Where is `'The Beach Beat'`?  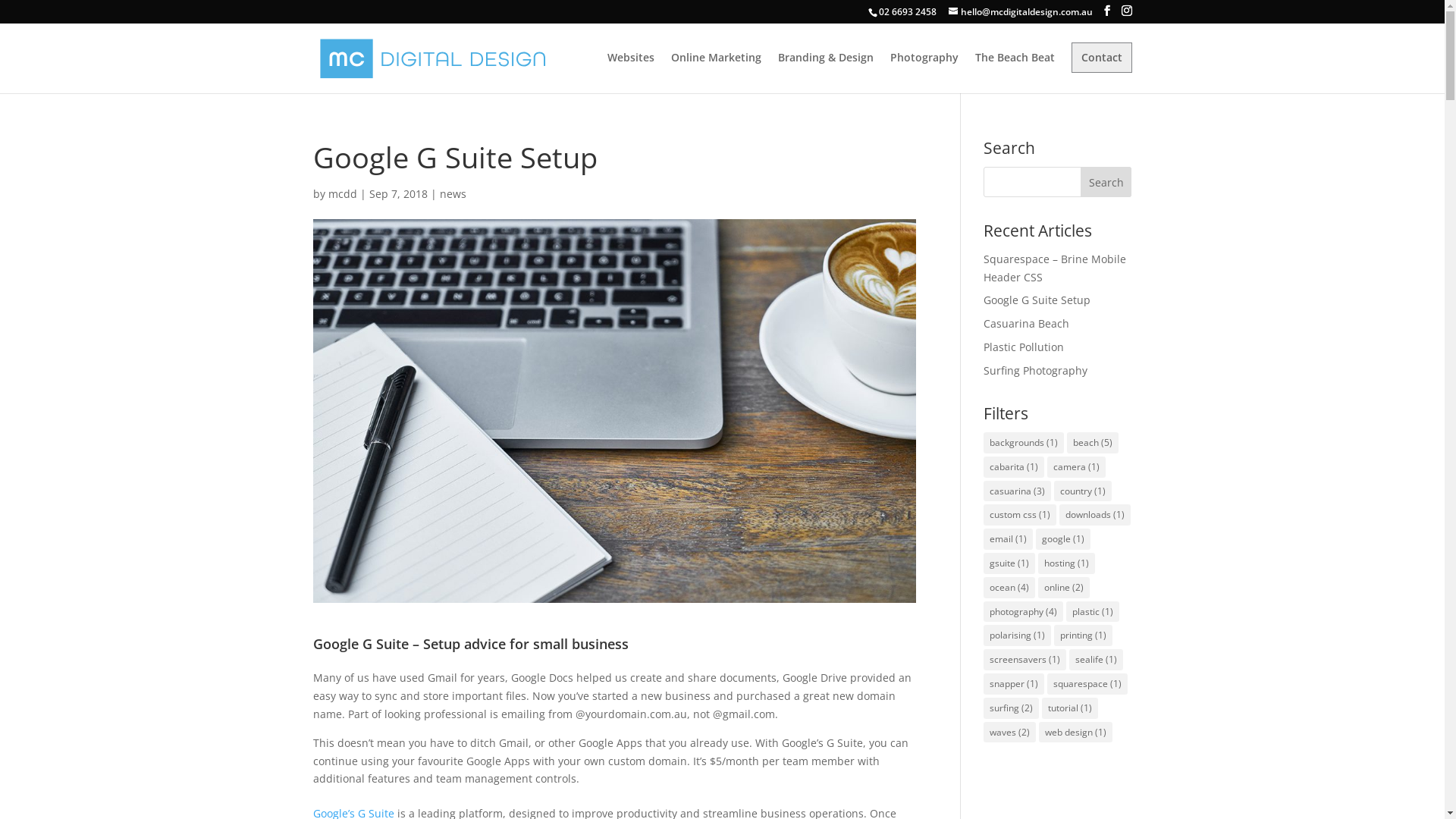 'The Beach Beat' is located at coordinates (1015, 73).